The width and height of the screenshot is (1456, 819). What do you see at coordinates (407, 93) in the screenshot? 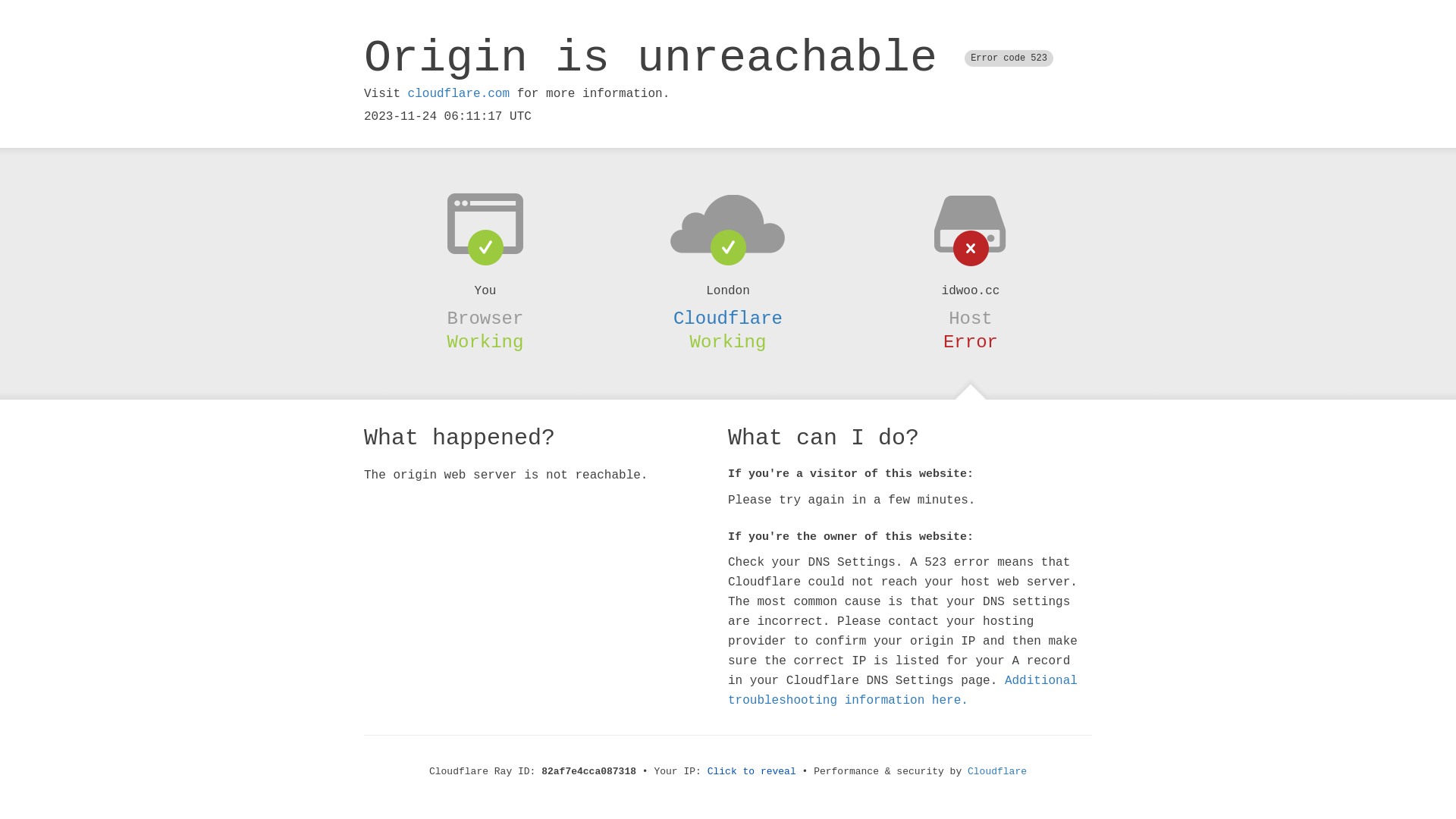
I see `'cloudflare.com'` at bounding box center [407, 93].